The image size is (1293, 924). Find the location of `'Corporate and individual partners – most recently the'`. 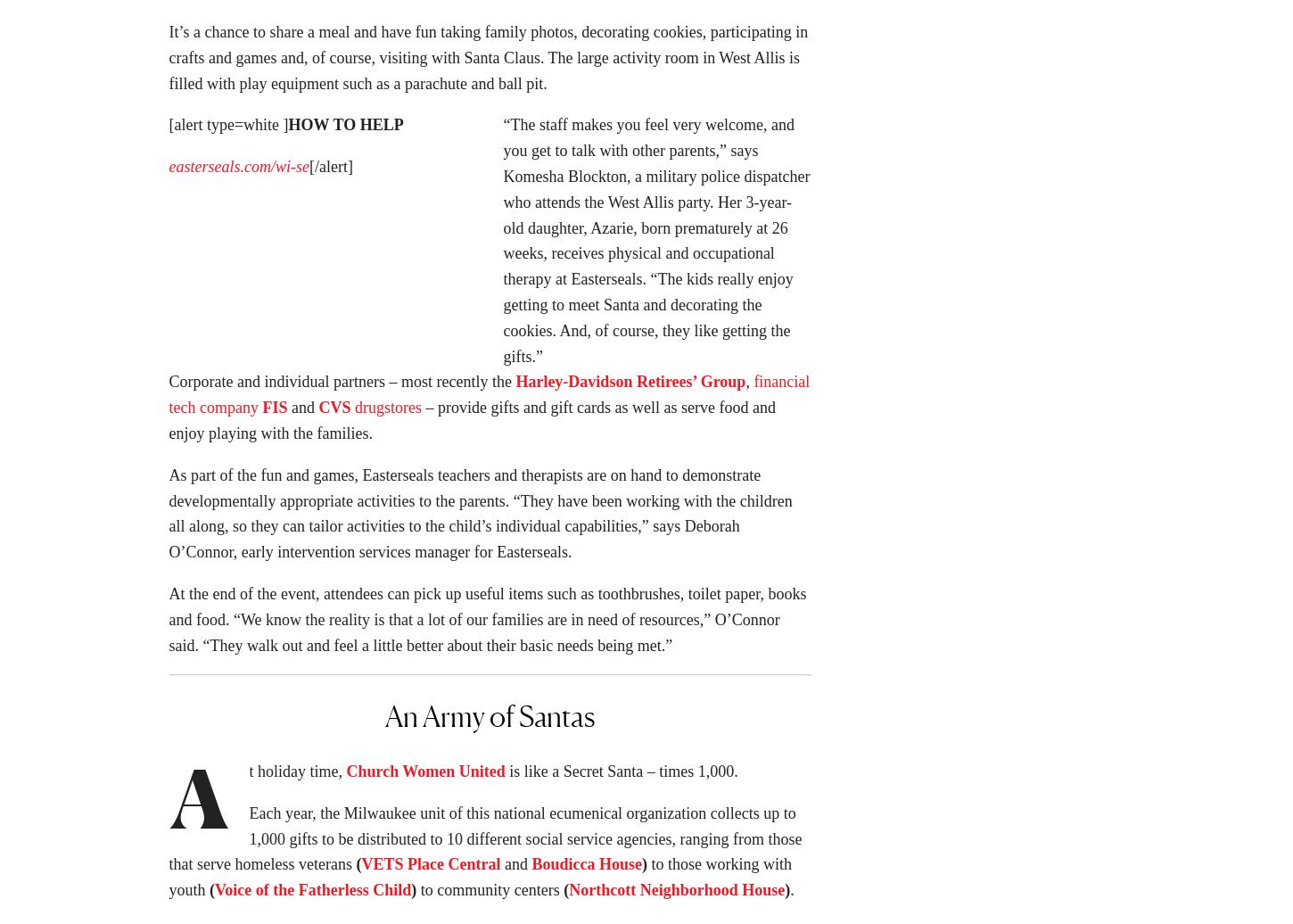

'Corporate and individual partners – most recently the' is located at coordinates (341, 386).